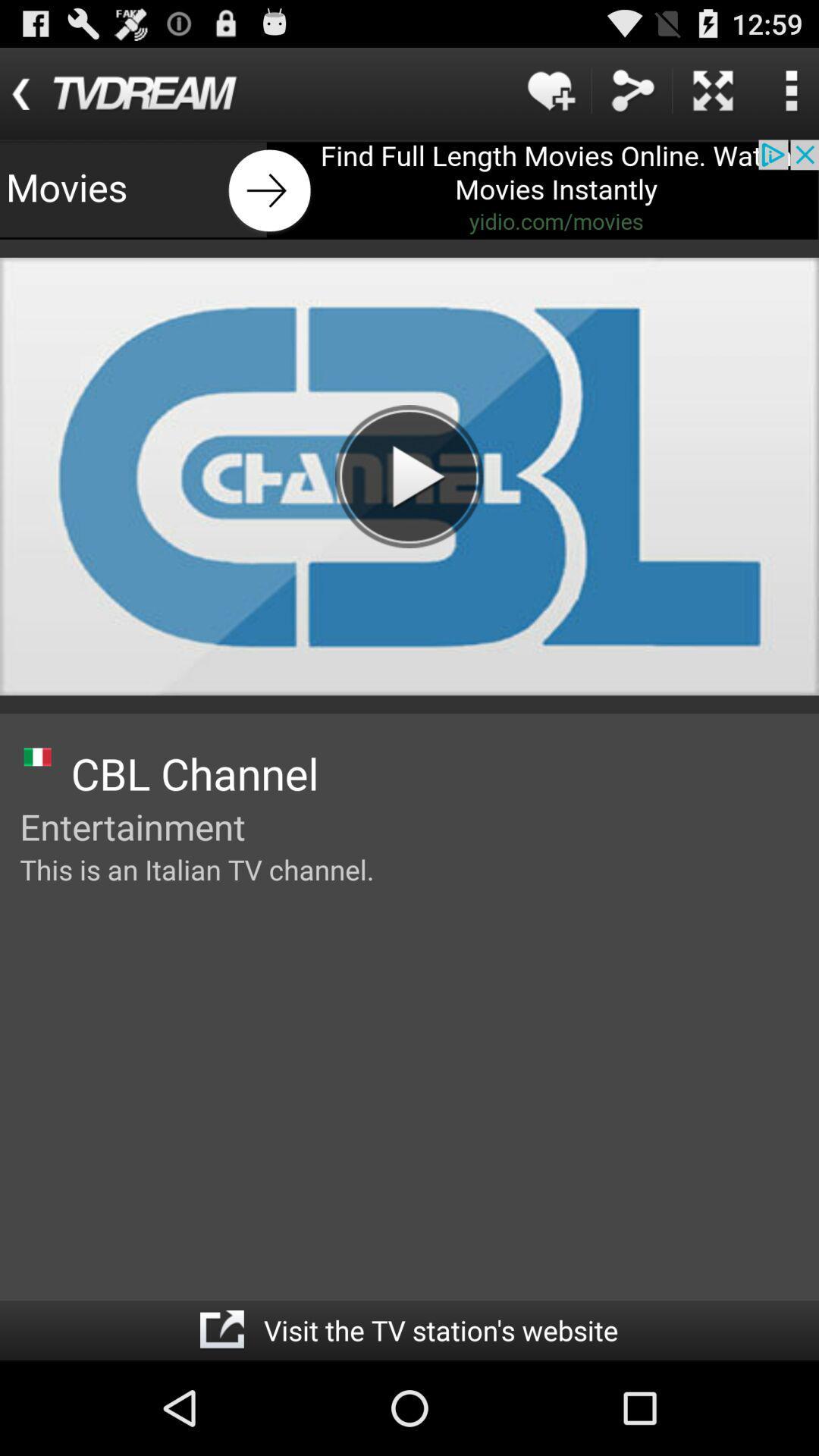  I want to click on the share icon, so click(632, 96).